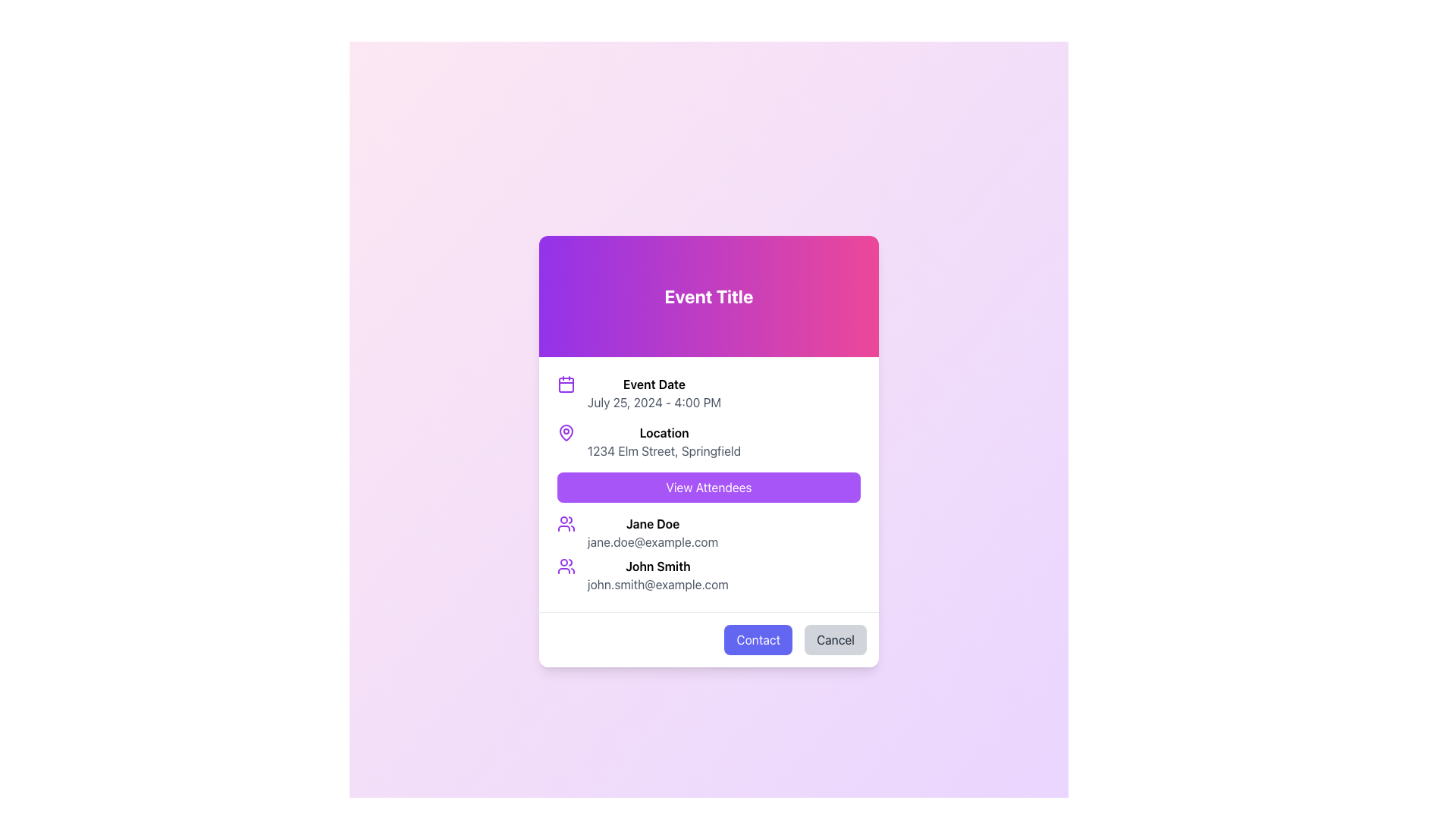 The height and width of the screenshot is (819, 1456). Describe the element at coordinates (654, 392) in the screenshot. I see `the Text block that displays the date and time of the event, located beneath the 'Event Title' header and adjacent to a calendar icon` at that location.